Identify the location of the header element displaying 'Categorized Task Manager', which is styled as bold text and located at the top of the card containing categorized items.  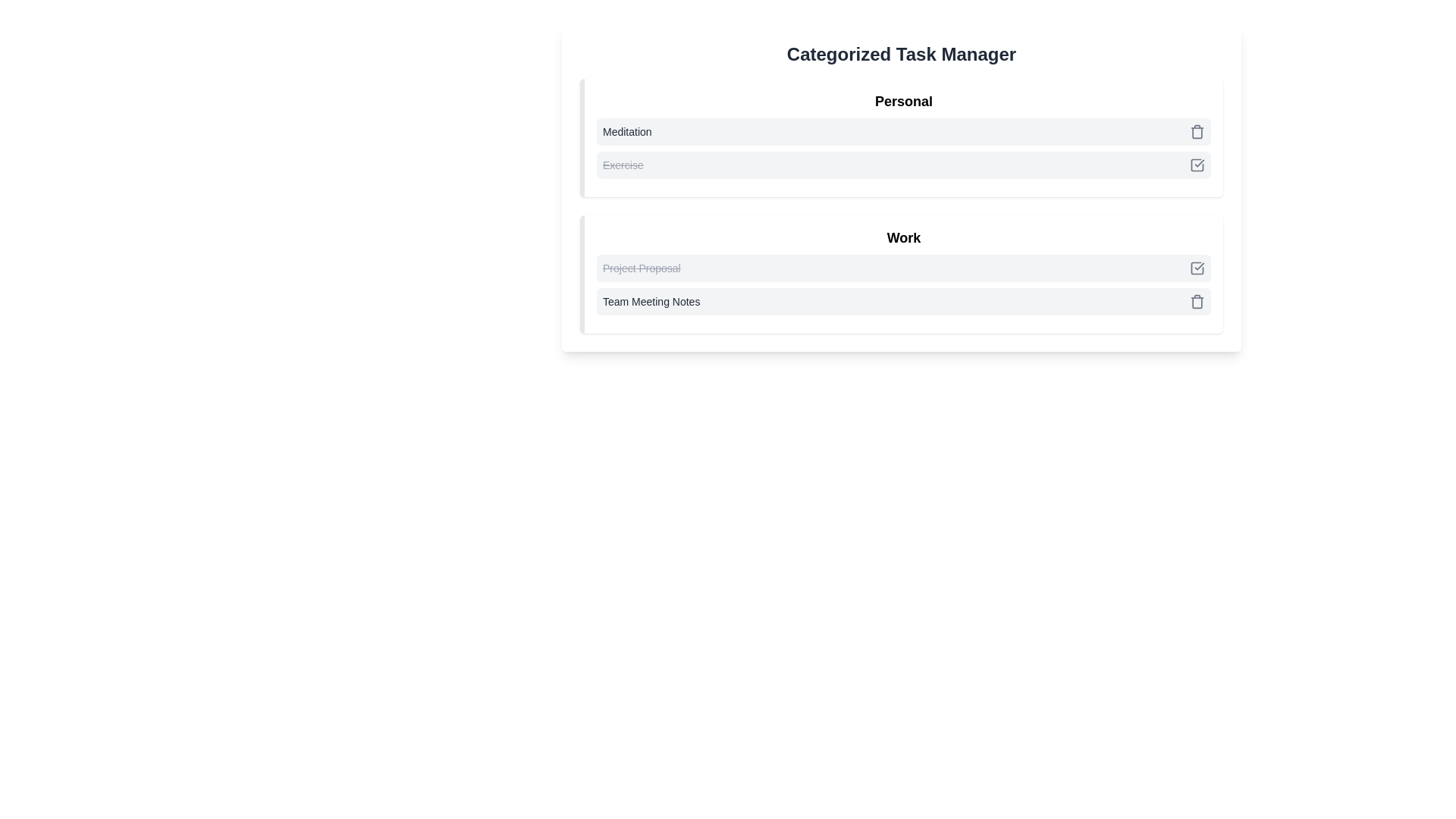
(902, 54).